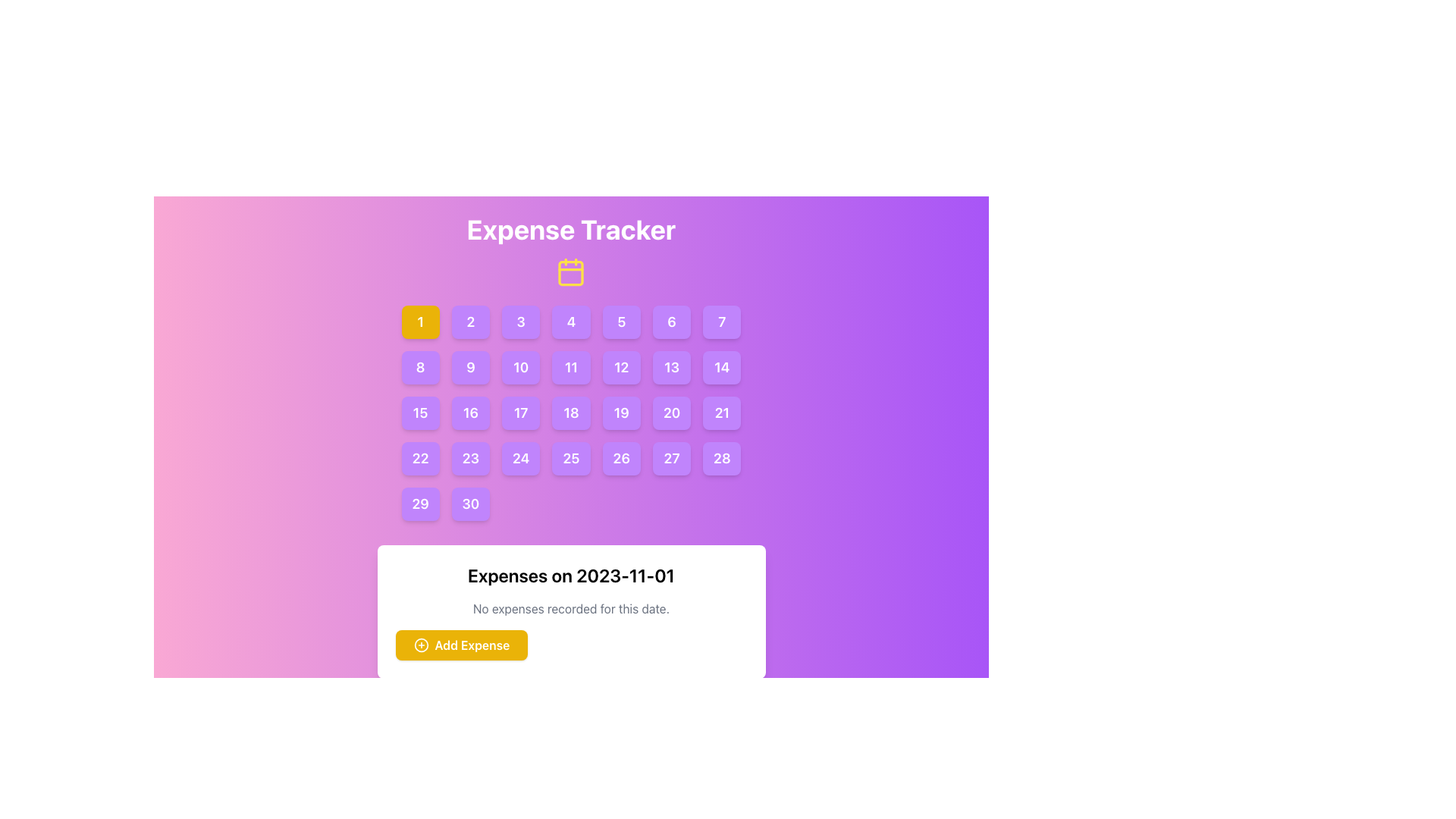  What do you see at coordinates (570, 368) in the screenshot?
I see `the purple rounded rectangular button displaying '11' in bold white text, located in the fourth row and third column of the button grid` at bounding box center [570, 368].